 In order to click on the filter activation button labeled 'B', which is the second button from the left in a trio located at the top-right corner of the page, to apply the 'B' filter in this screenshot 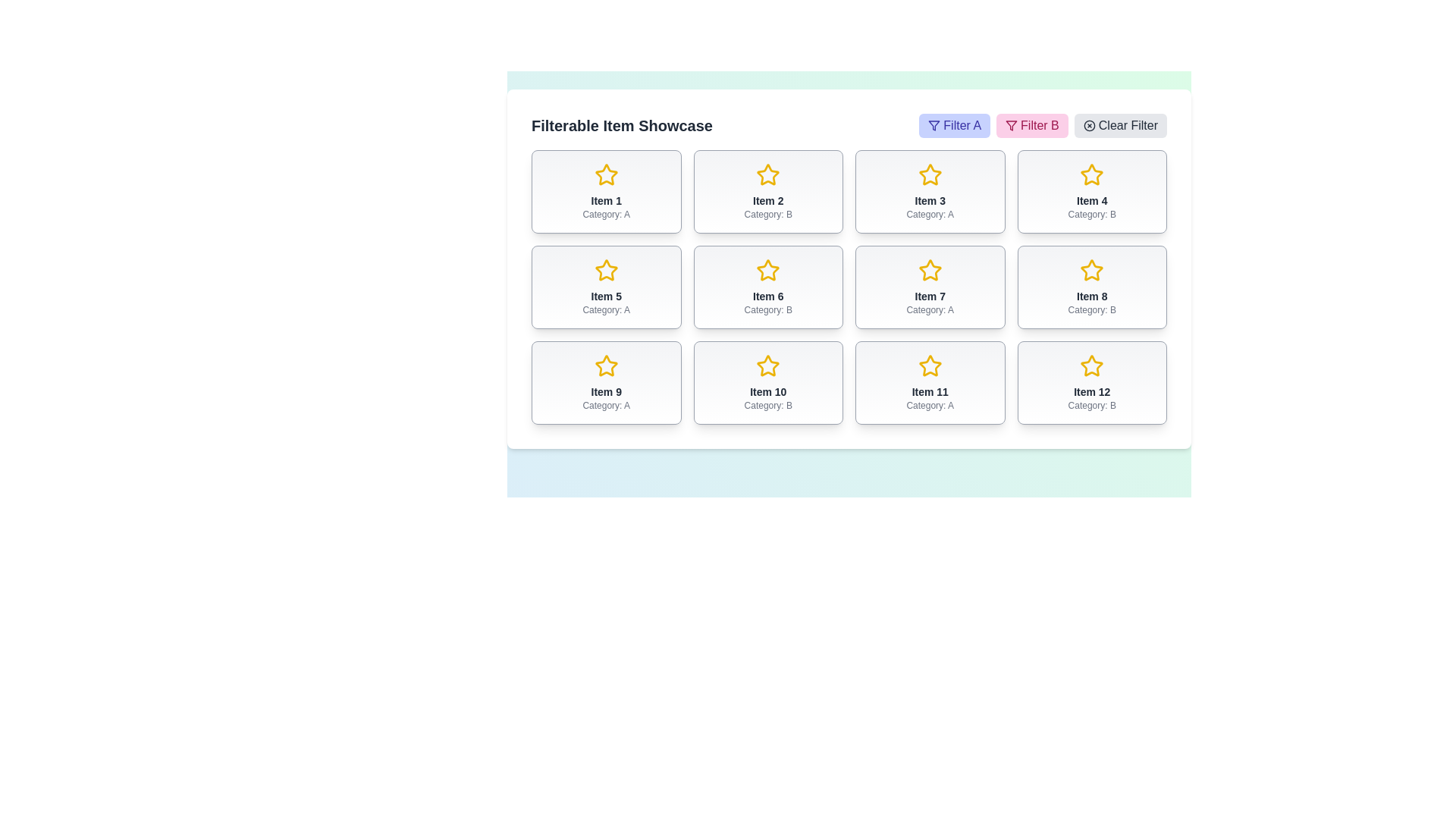, I will do `click(1042, 124)`.